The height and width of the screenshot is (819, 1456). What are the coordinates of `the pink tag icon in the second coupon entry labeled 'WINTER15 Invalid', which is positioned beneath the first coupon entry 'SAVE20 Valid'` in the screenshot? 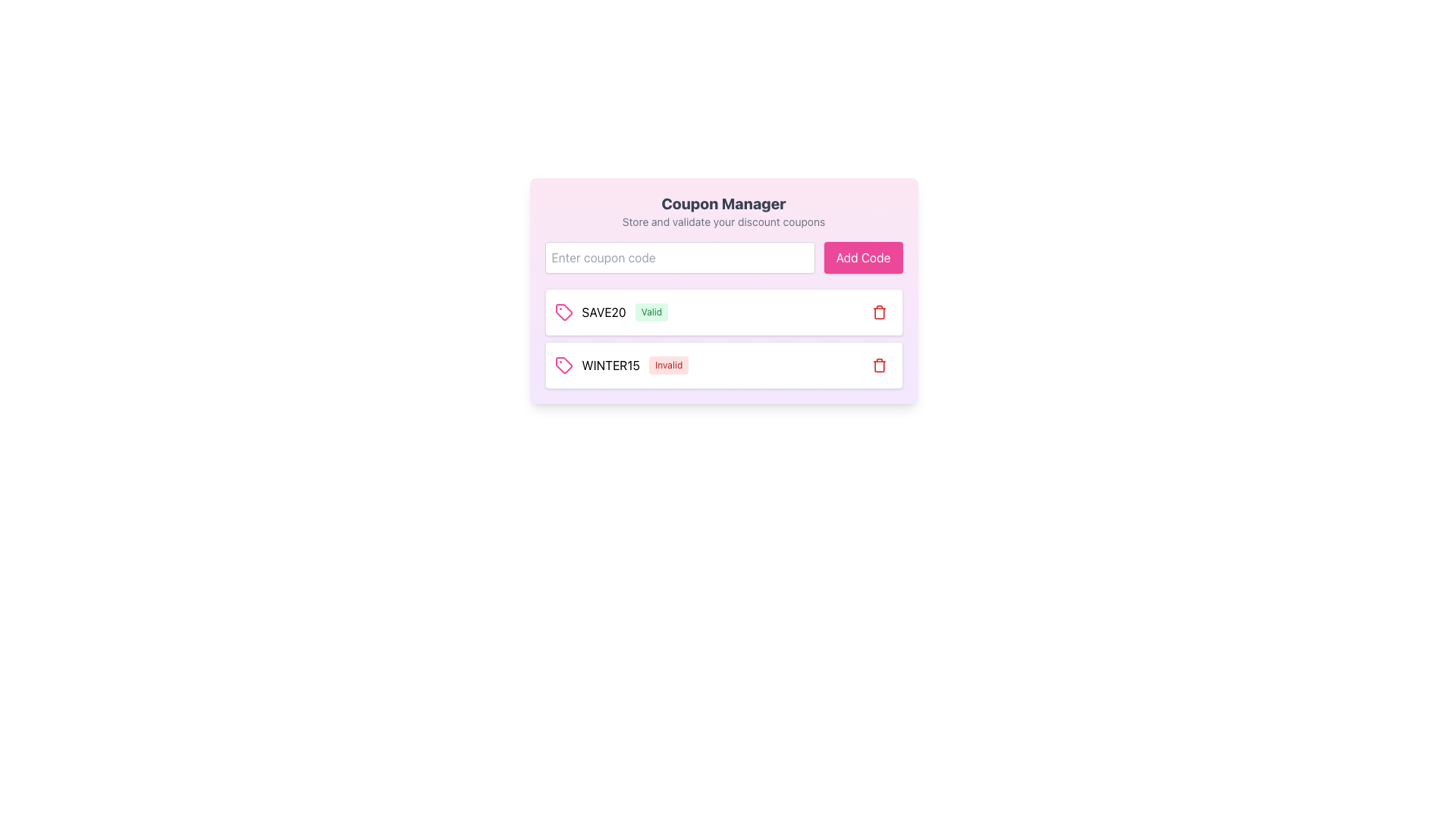 It's located at (563, 312).